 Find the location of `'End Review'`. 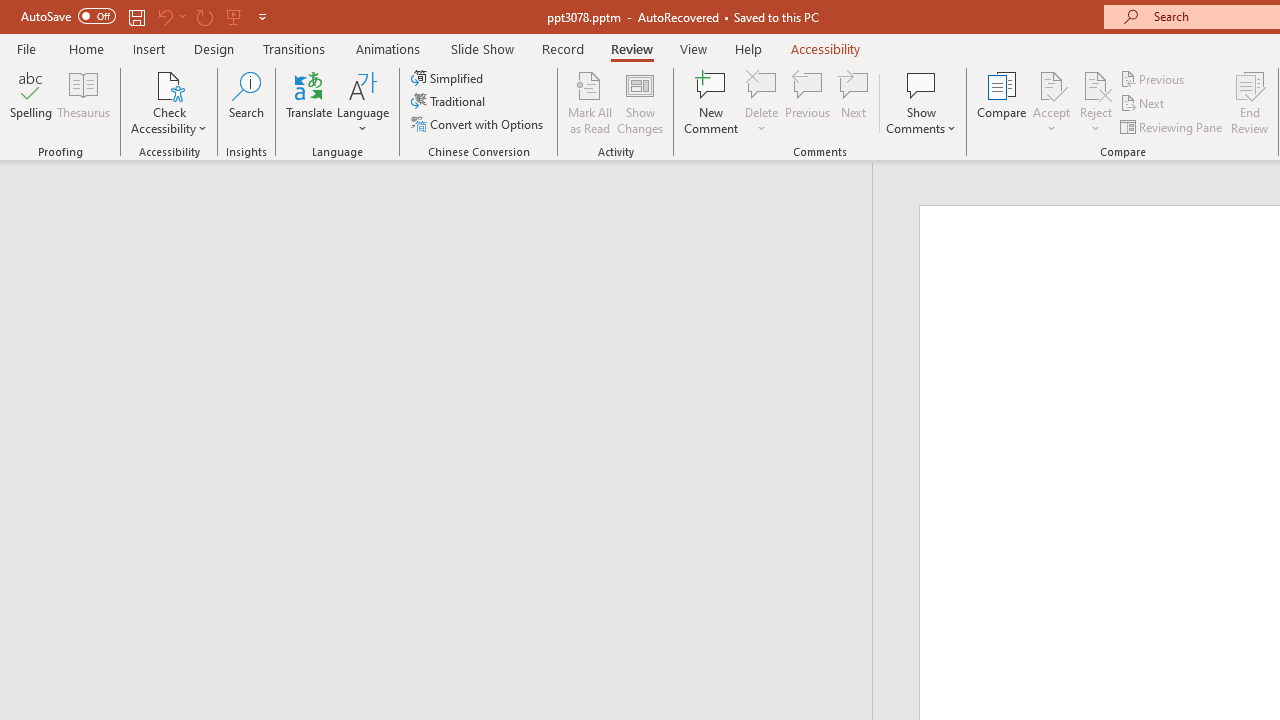

'End Review' is located at coordinates (1248, 103).